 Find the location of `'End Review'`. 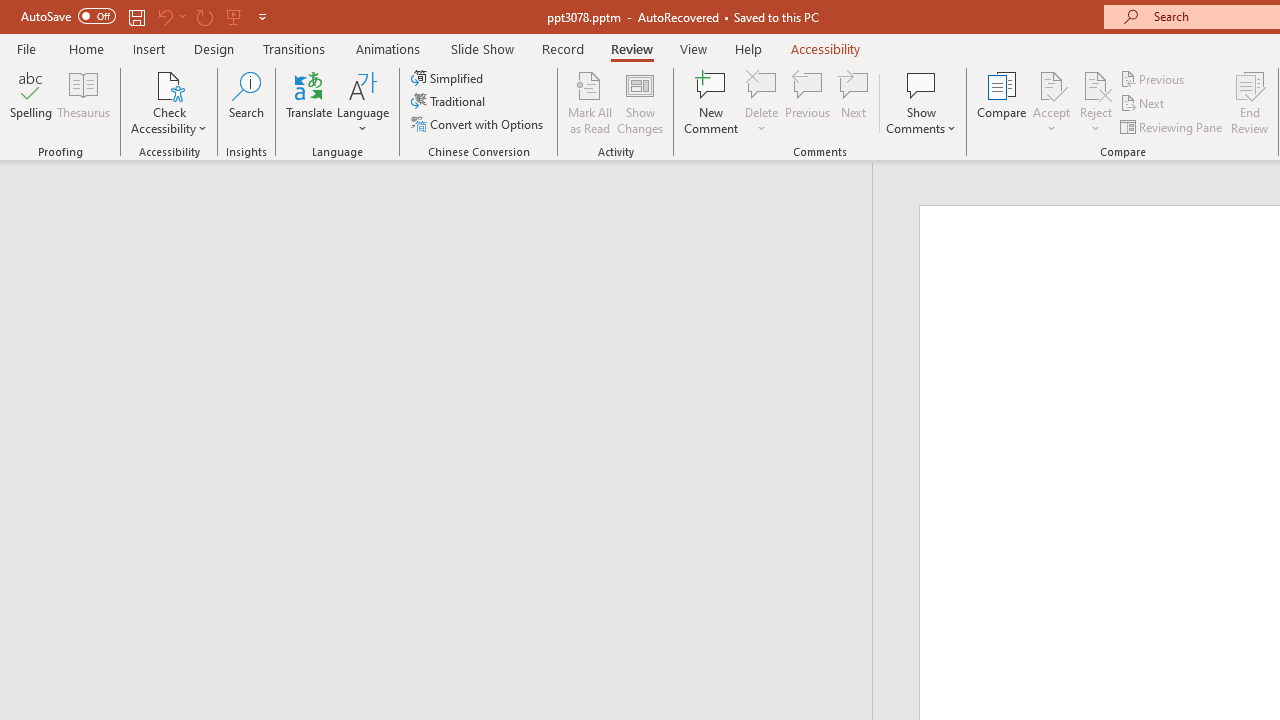

'End Review' is located at coordinates (1248, 103).